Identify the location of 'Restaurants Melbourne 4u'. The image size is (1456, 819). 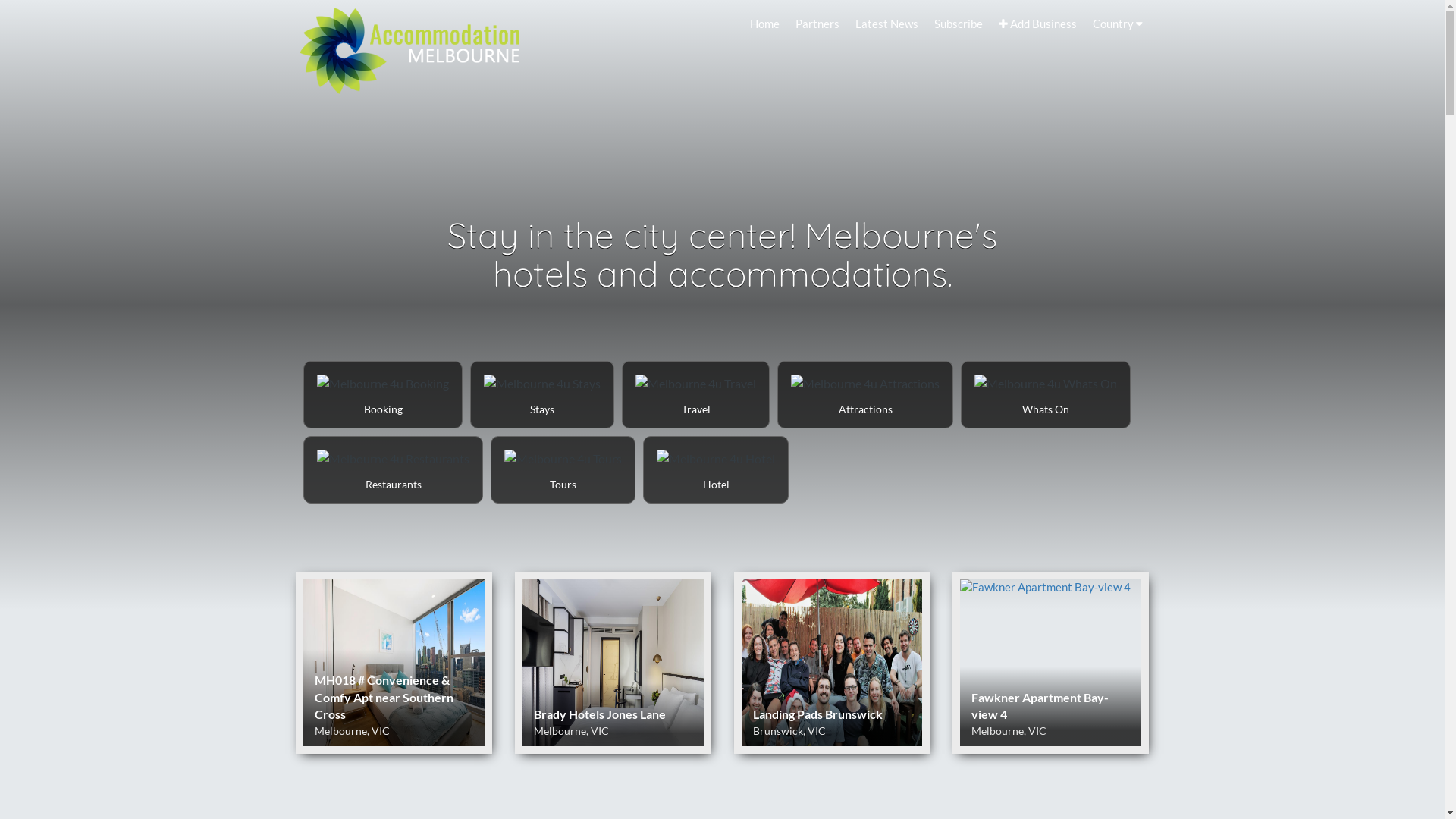
(393, 469).